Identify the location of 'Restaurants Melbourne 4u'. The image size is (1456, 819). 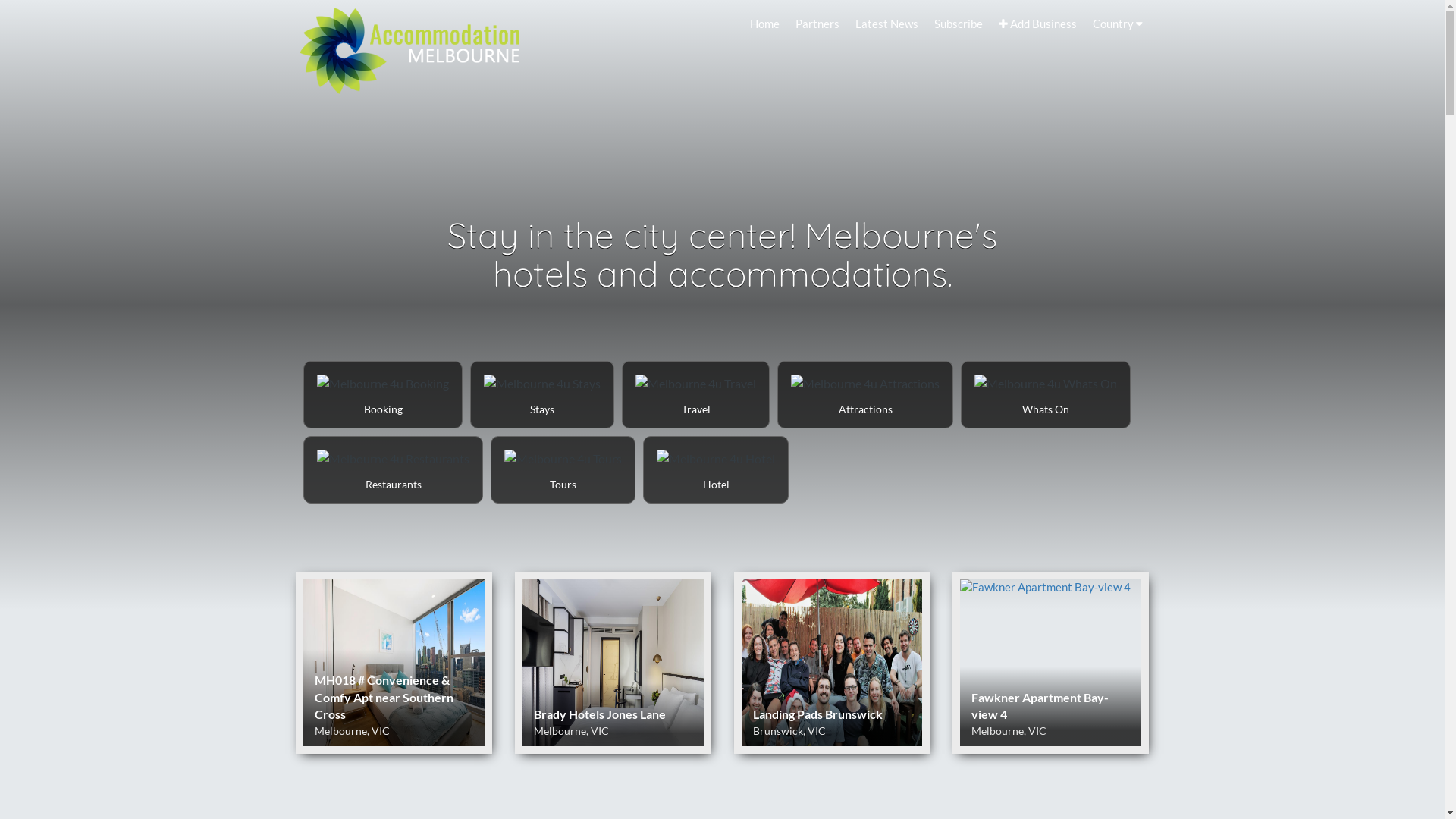
(393, 469).